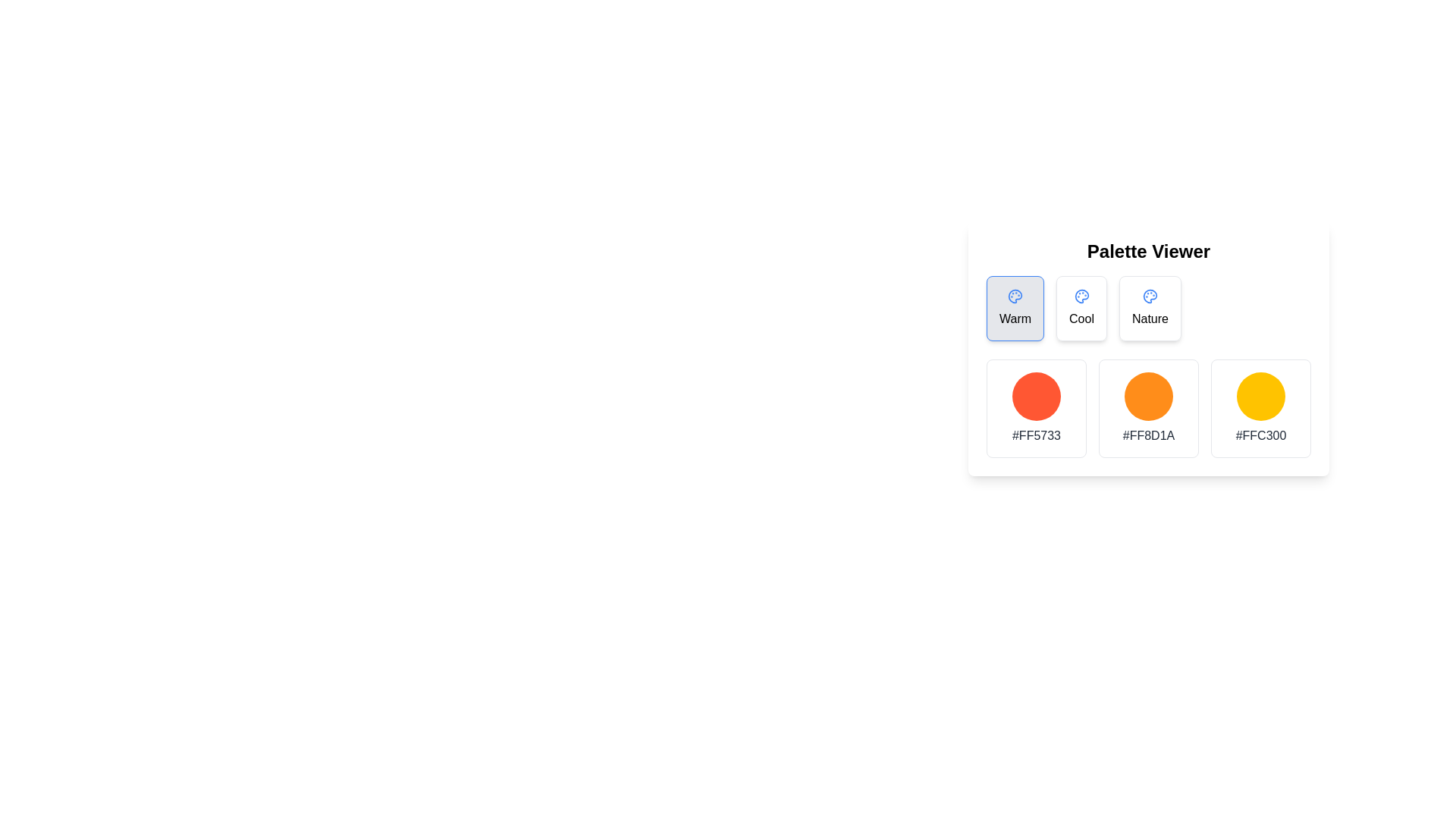 The width and height of the screenshot is (1456, 819). What do you see at coordinates (1036, 408) in the screenshot?
I see `the first color swatch display in the horizontal grid, which visually represents a color swatch and has a color code labeled below it` at bounding box center [1036, 408].